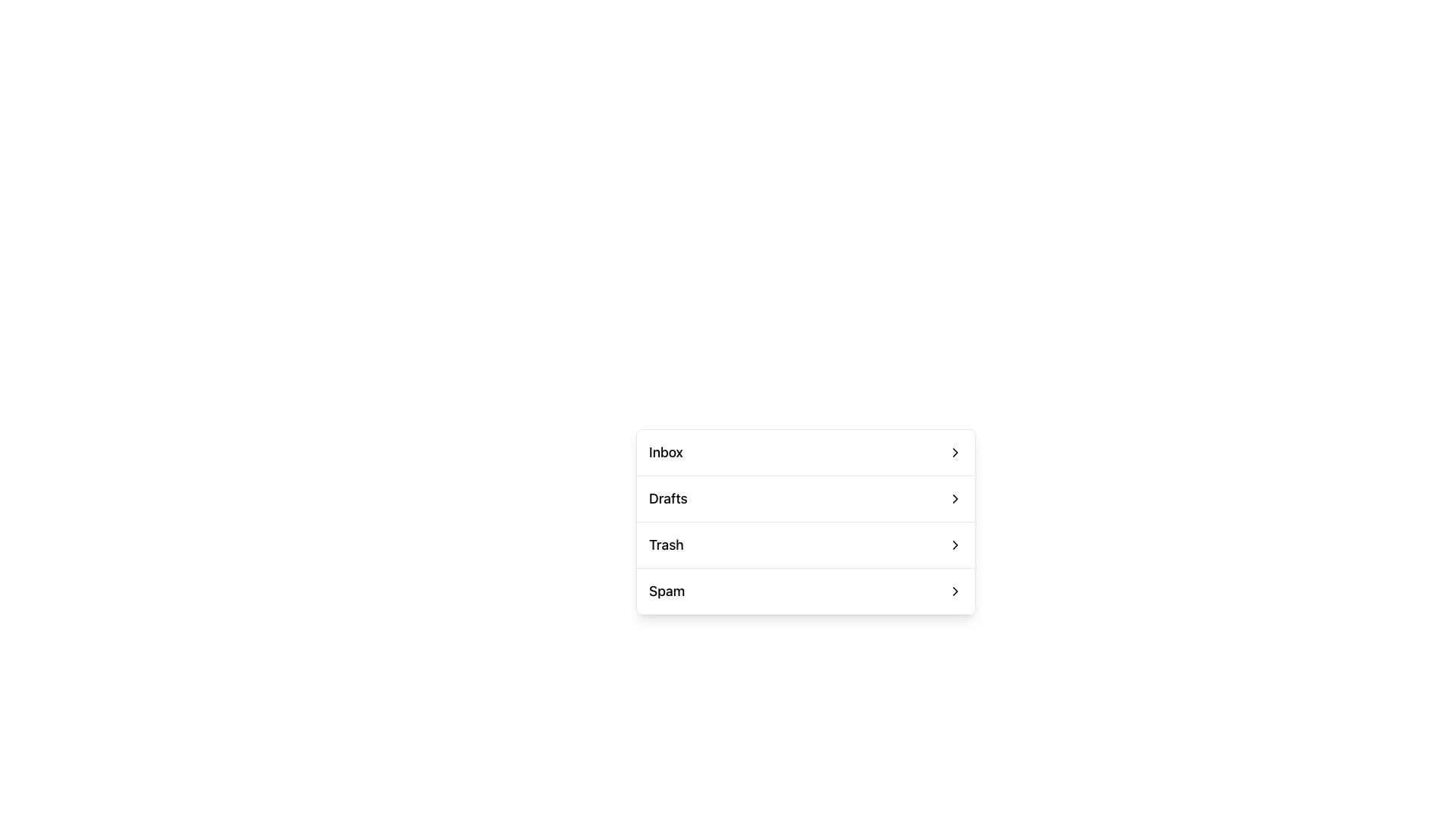 The height and width of the screenshot is (819, 1456). I want to click on the right-pointing chevron icon indicating navigation next to the 'Drafts' item for highlighting, so click(954, 499).